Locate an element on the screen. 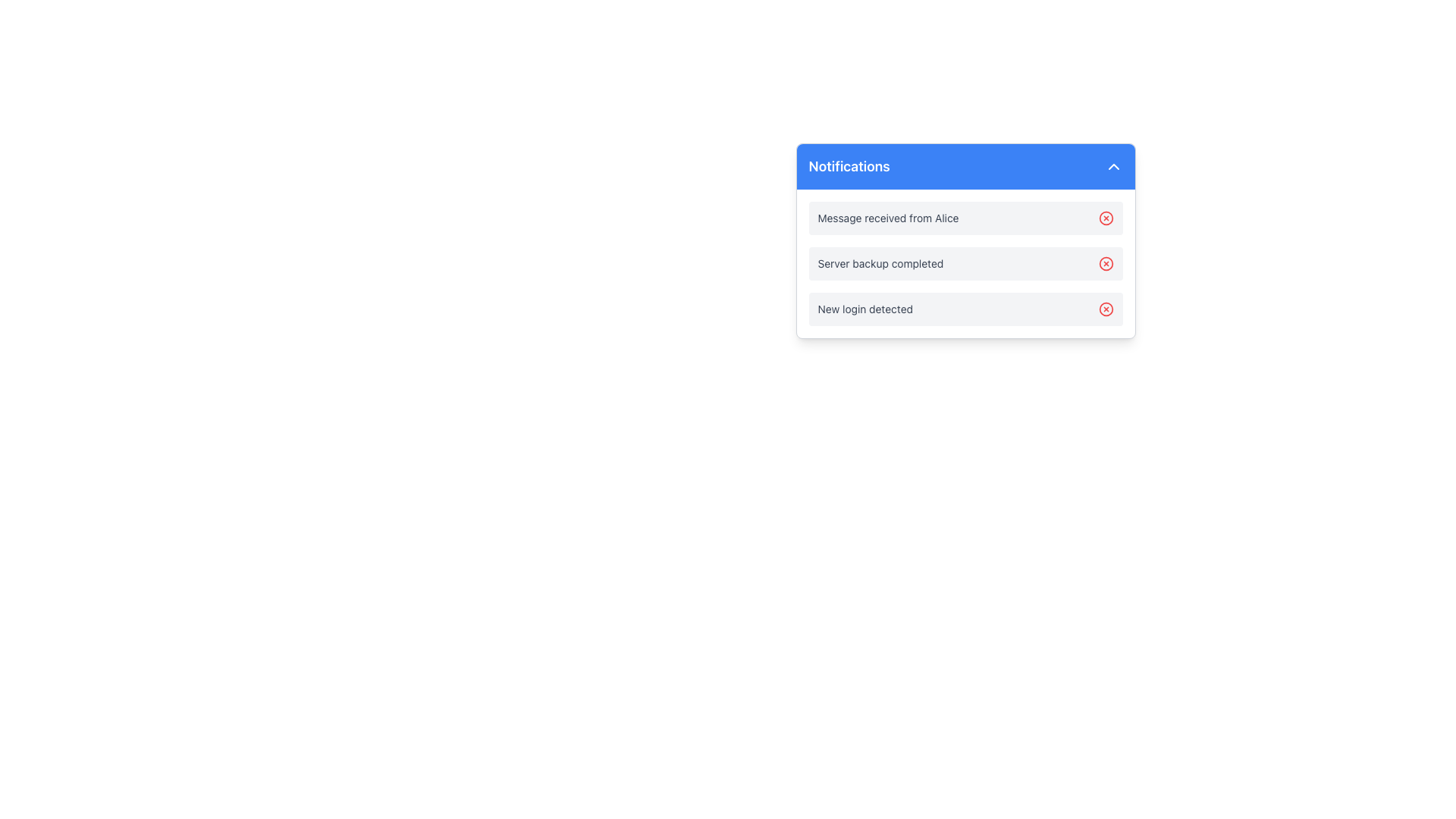 The image size is (1456, 819). the static text content that describes a message received from Alice, which is the primary content of the first notification in a vertical list is located at coordinates (888, 218).